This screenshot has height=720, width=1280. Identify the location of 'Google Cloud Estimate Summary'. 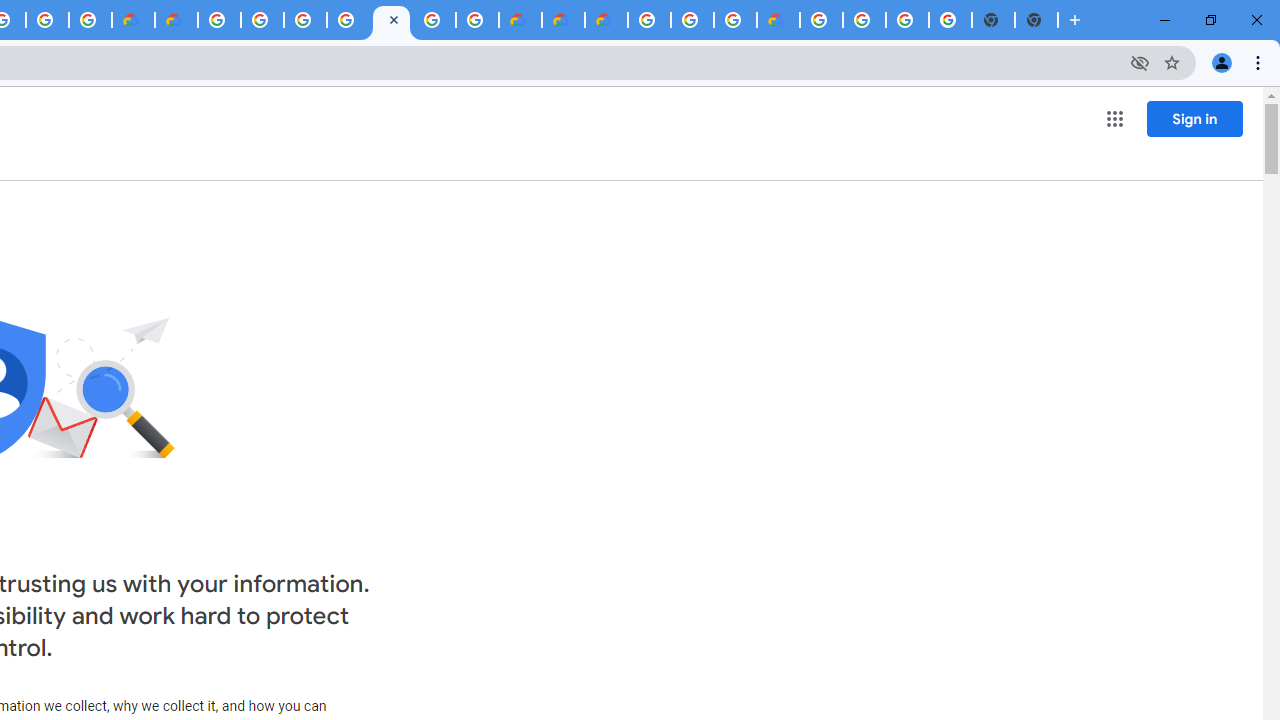
(605, 20).